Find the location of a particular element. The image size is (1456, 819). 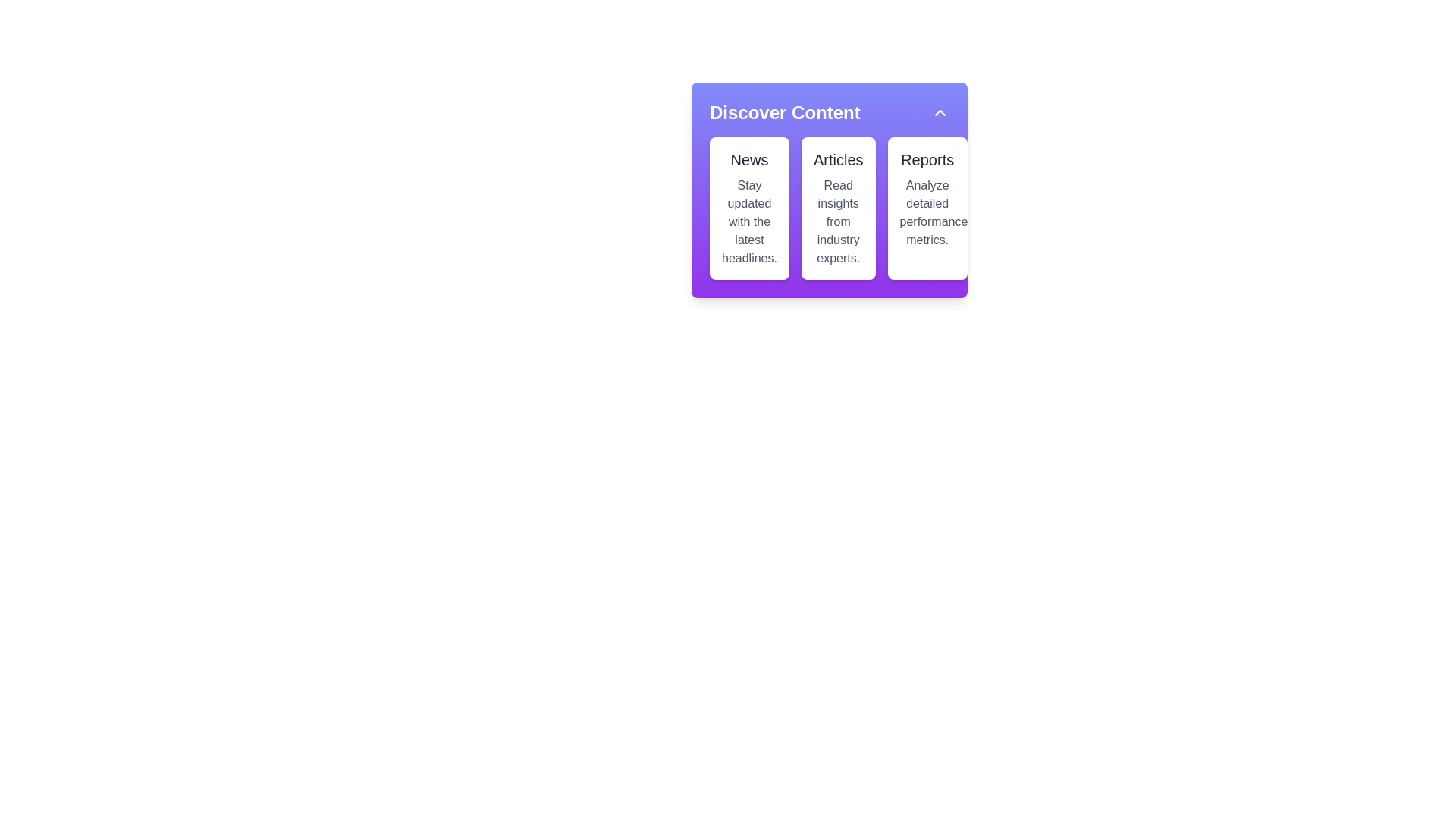

the 'Discover Content' header with interactive icon to focus on it is located at coordinates (829, 112).